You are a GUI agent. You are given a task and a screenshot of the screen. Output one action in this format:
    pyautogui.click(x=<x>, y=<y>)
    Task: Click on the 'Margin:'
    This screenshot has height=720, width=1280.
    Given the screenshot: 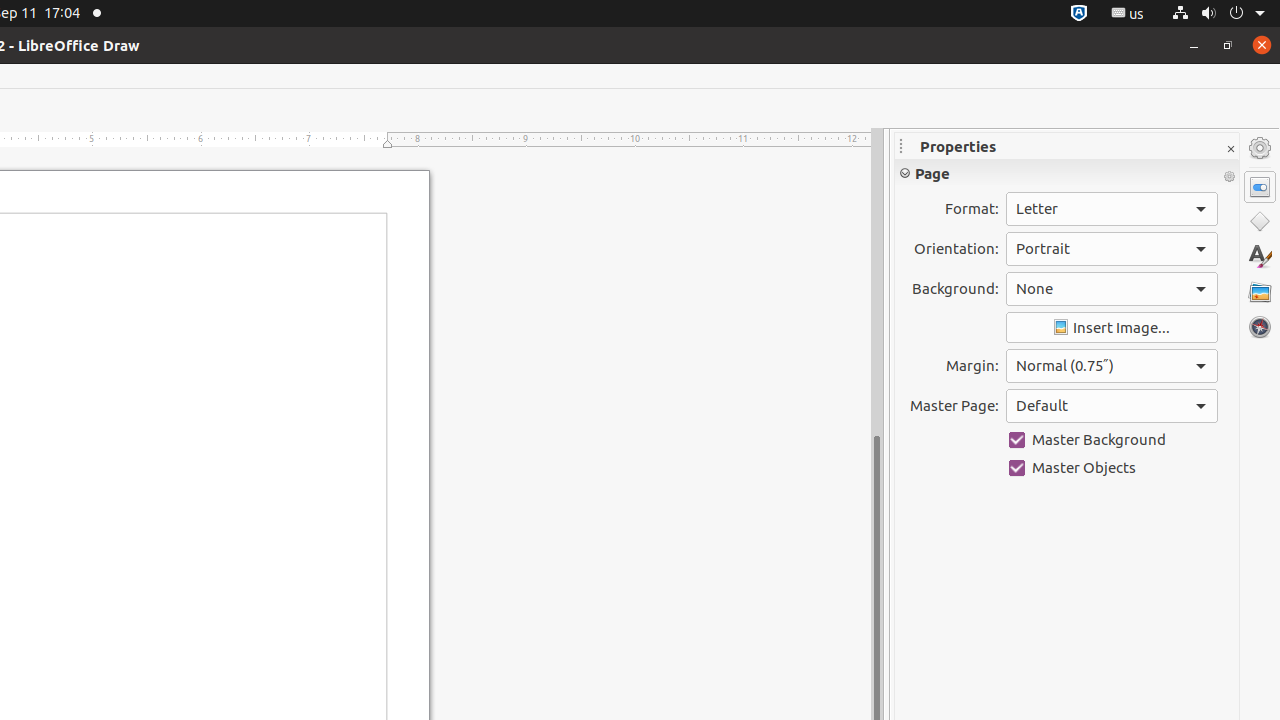 What is the action you would take?
    pyautogui.click(x=1110, y=365)
    